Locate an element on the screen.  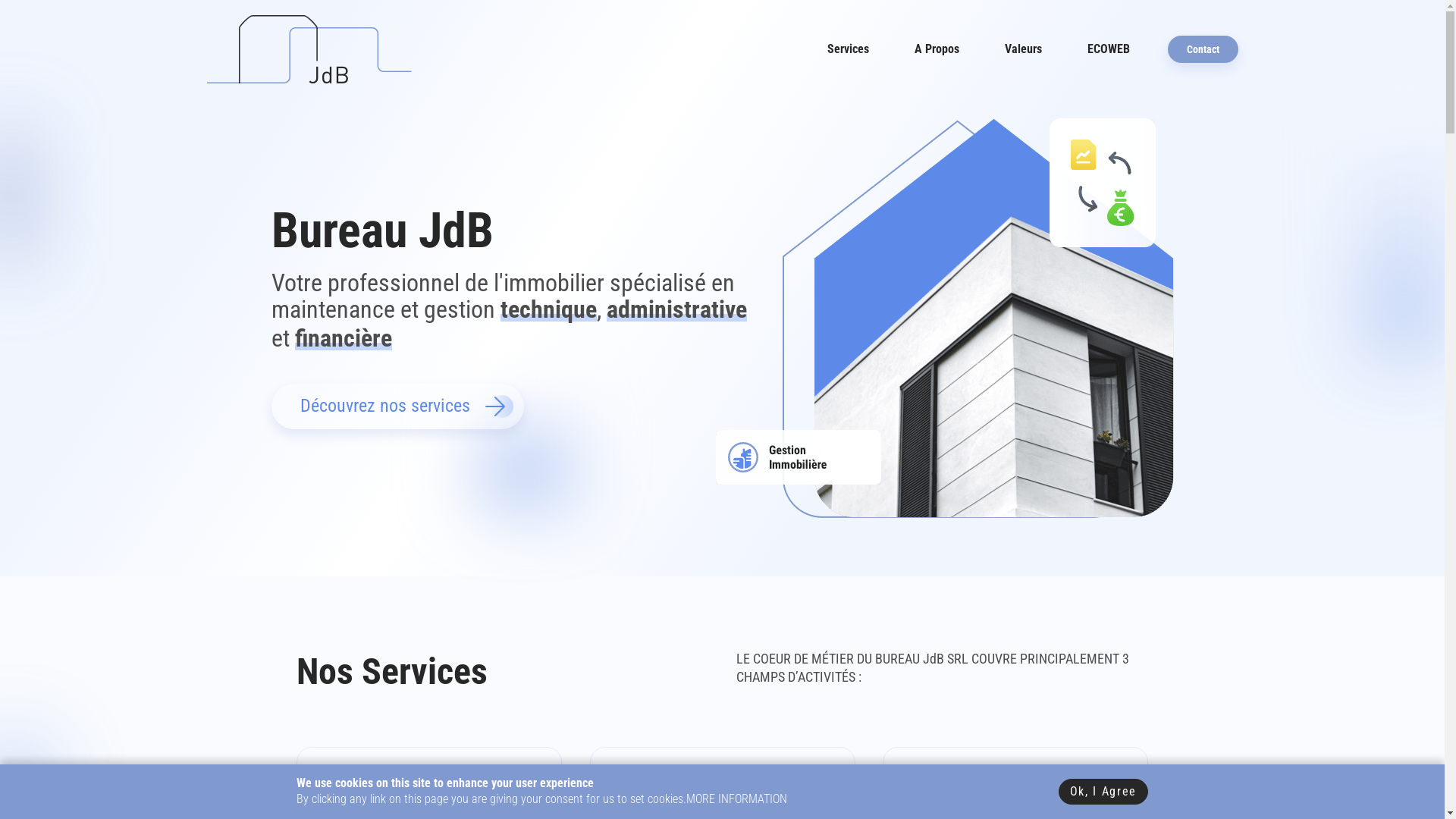
'Services' is located at coordinates (846, 48).